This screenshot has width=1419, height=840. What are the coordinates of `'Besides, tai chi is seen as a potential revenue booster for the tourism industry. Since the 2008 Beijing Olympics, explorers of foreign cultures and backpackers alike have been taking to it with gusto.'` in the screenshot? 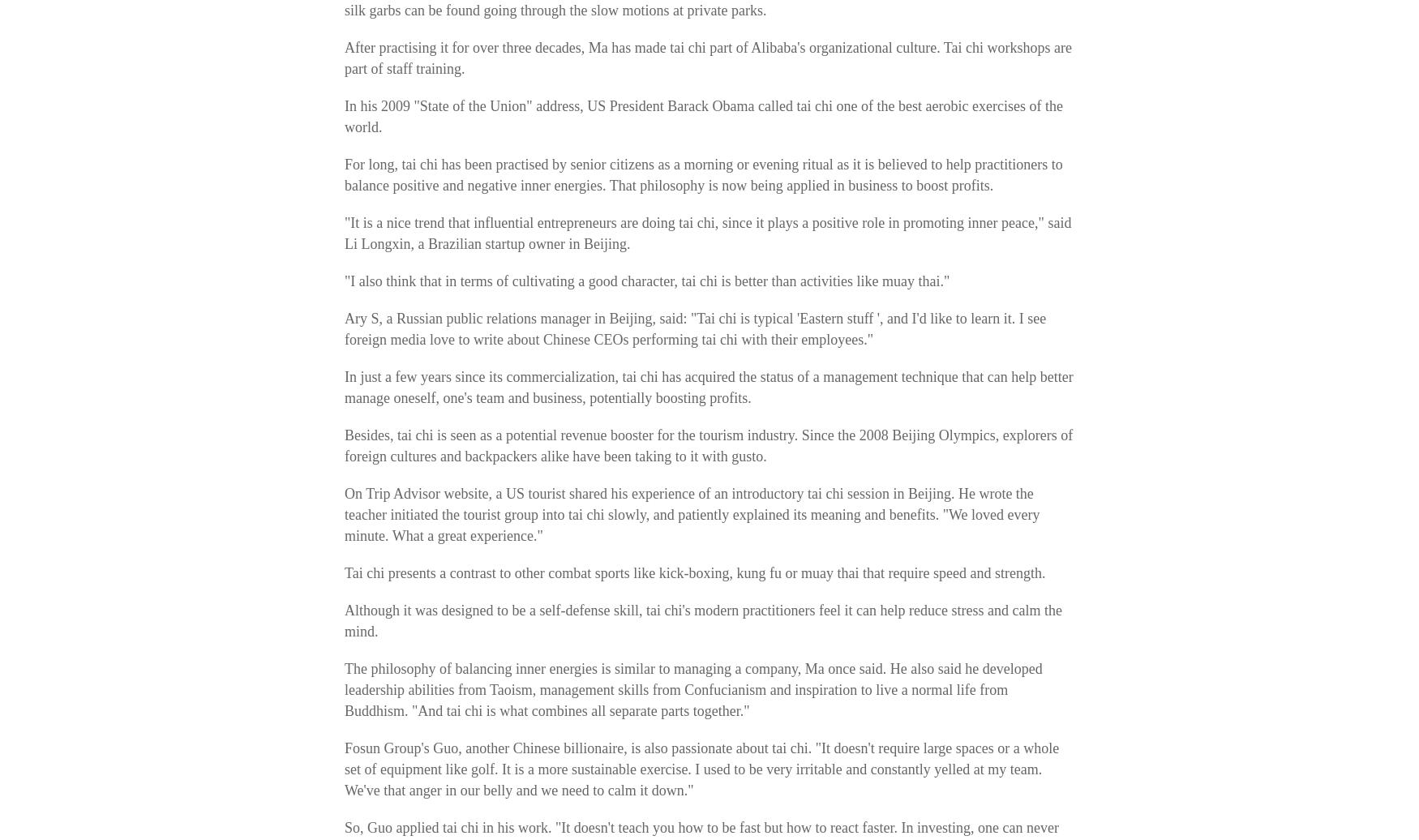 It's located at (708, 446).